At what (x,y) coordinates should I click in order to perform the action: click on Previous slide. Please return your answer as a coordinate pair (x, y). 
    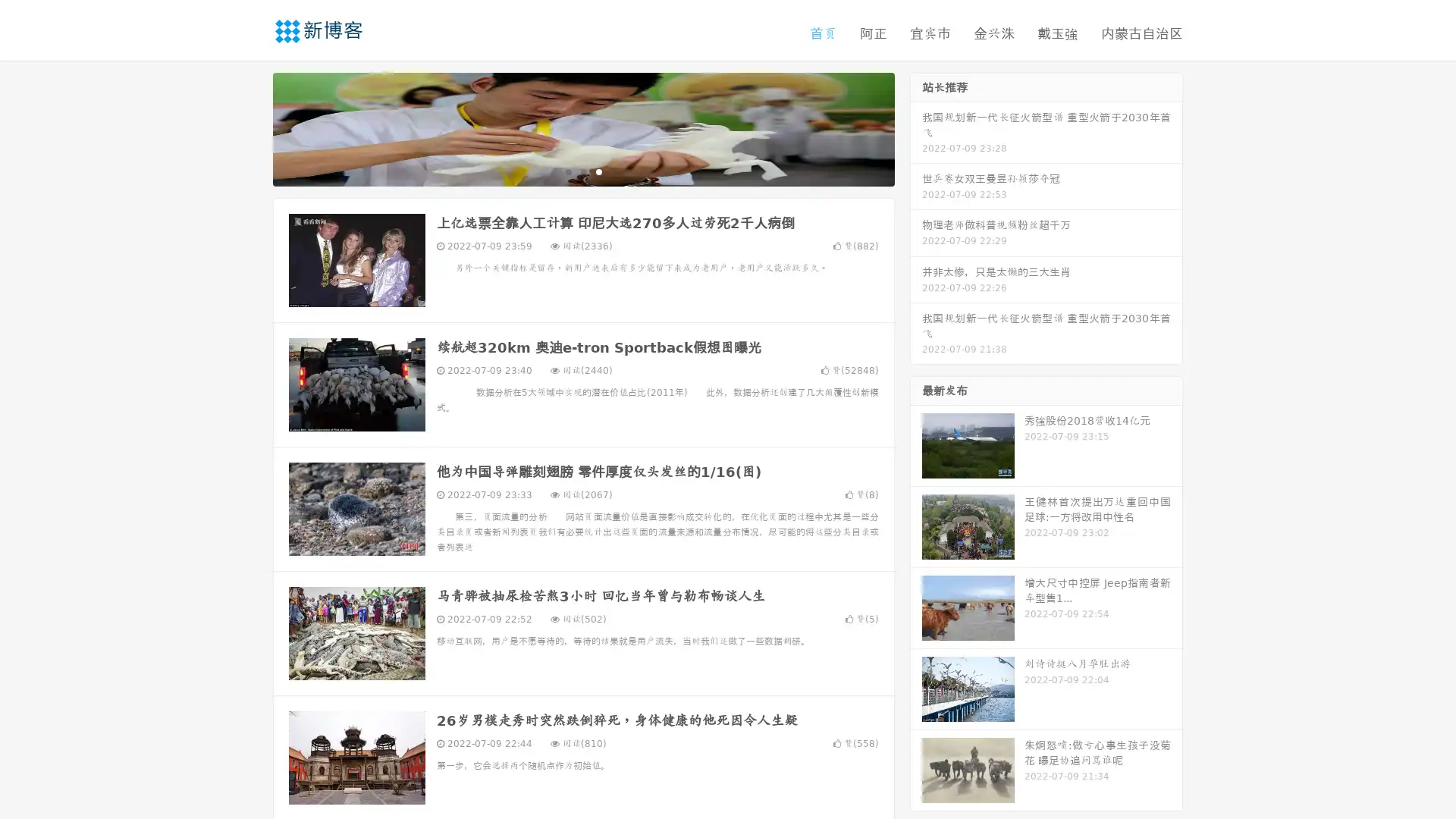
    Looking at the image, I should click on (250, 127).